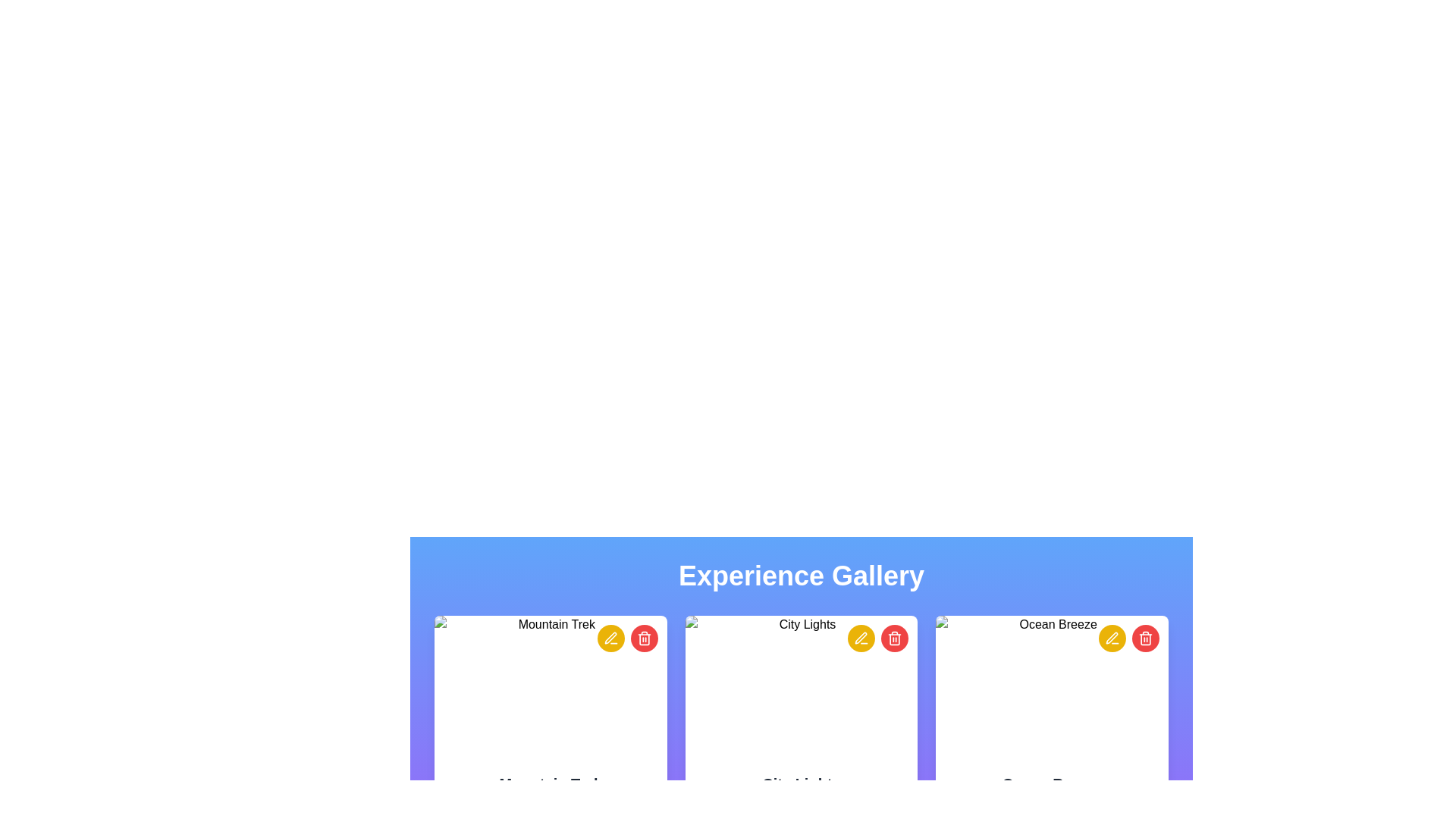 This screenshot has width=1456, height=819. Describe the element at coordinates (1112, 638) in the screenshot. I see `the edit icon button located to the left of the red trash bin icon within the 'Ocean Breeze' card, which is the third card in the gallery layout` at that location.